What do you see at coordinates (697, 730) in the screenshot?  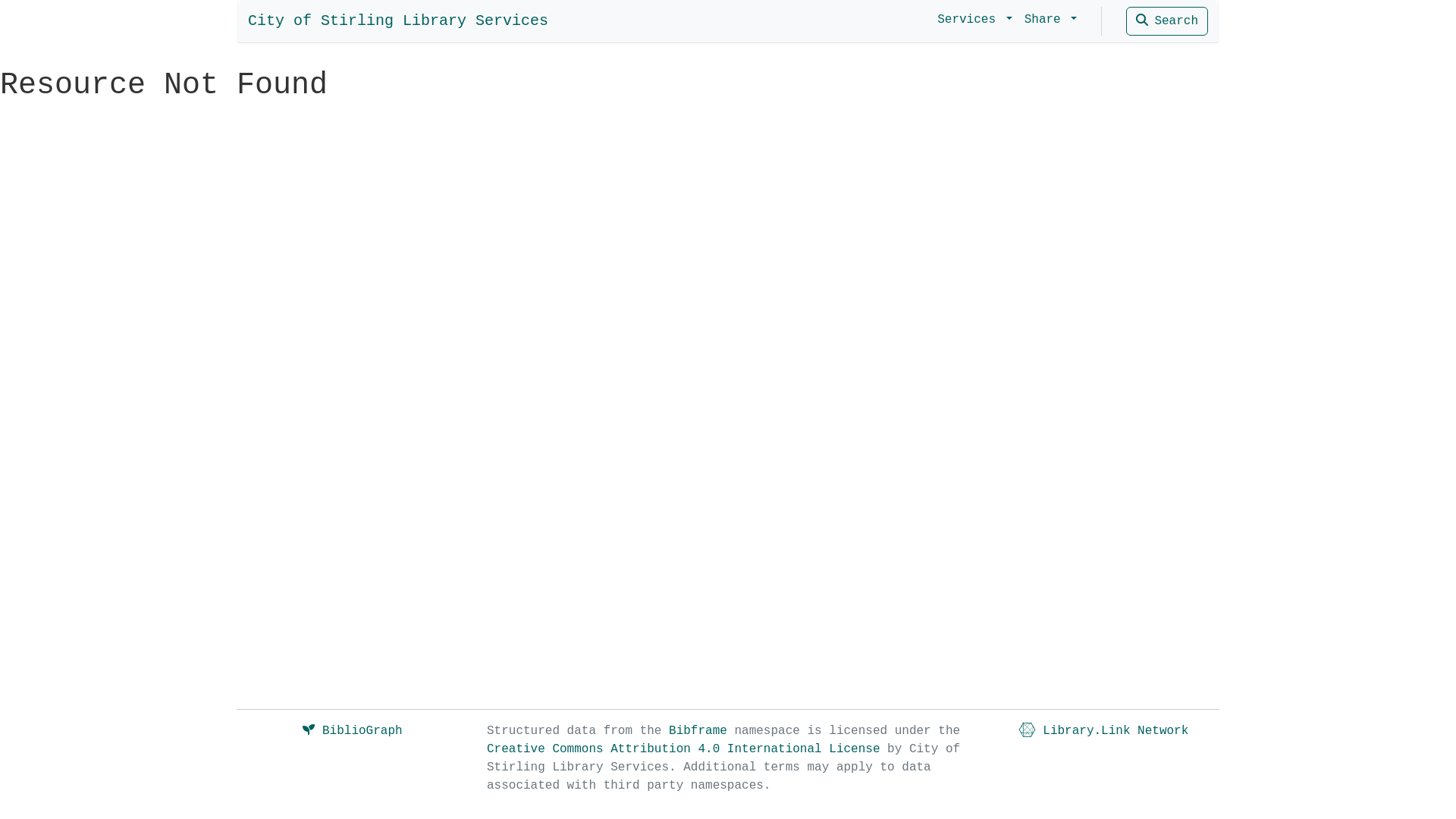 I see `'Bibframe'` at bounding box center [697, 730].